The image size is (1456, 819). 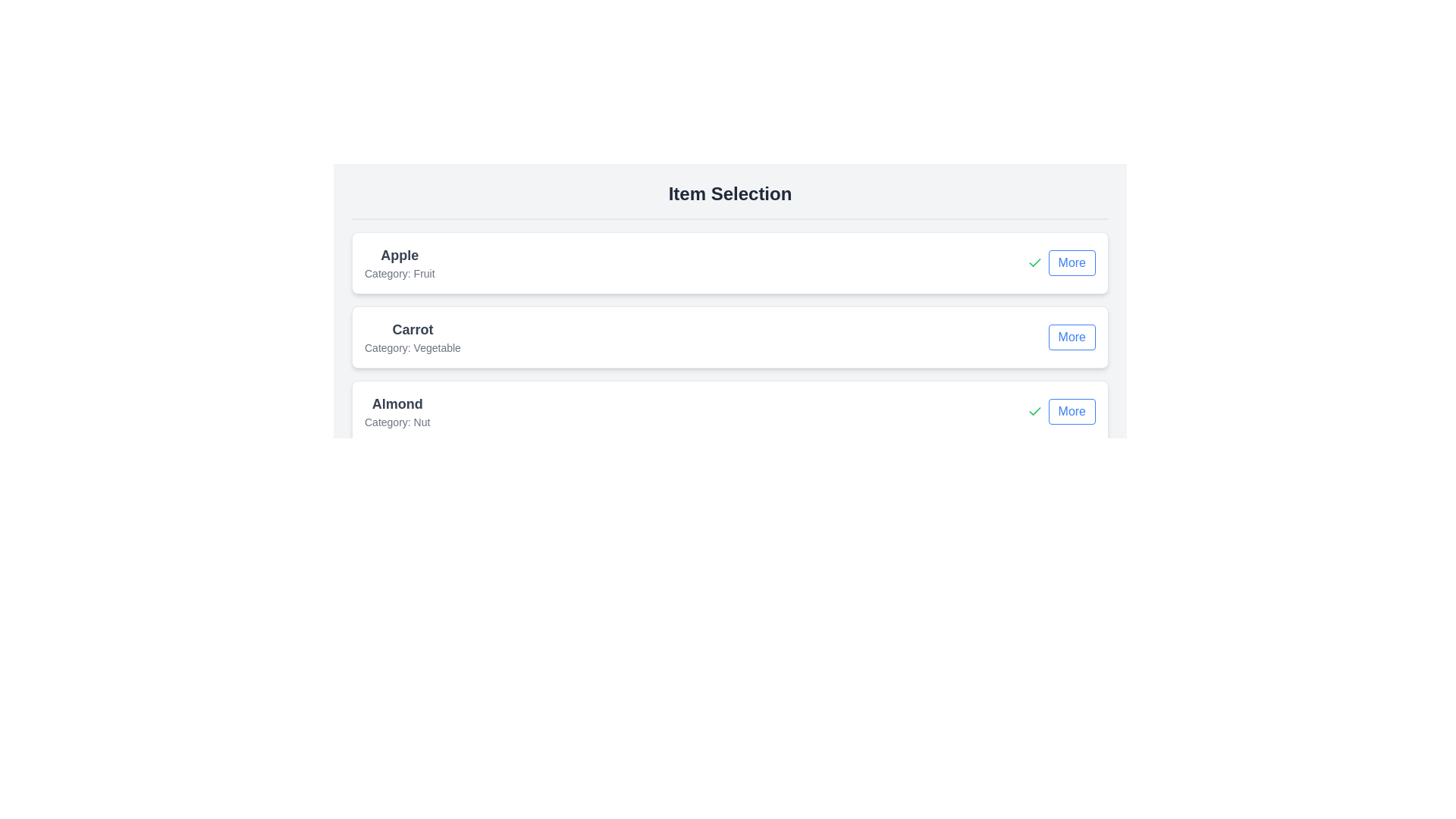 I want to click on the button labeled 'More' with a blue border, so click(x=1071, y=262).